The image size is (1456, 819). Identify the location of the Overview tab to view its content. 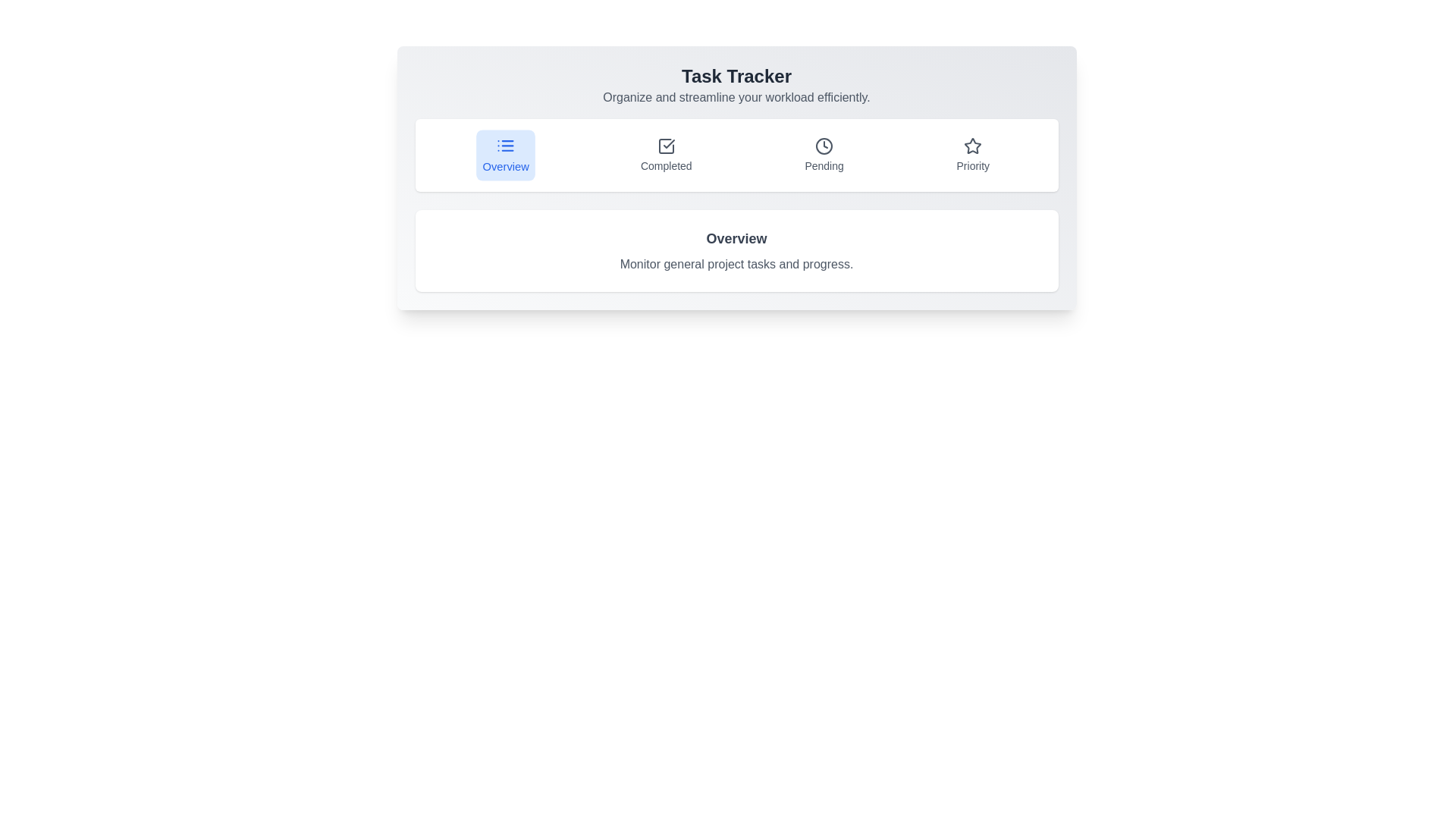
(506, 155).